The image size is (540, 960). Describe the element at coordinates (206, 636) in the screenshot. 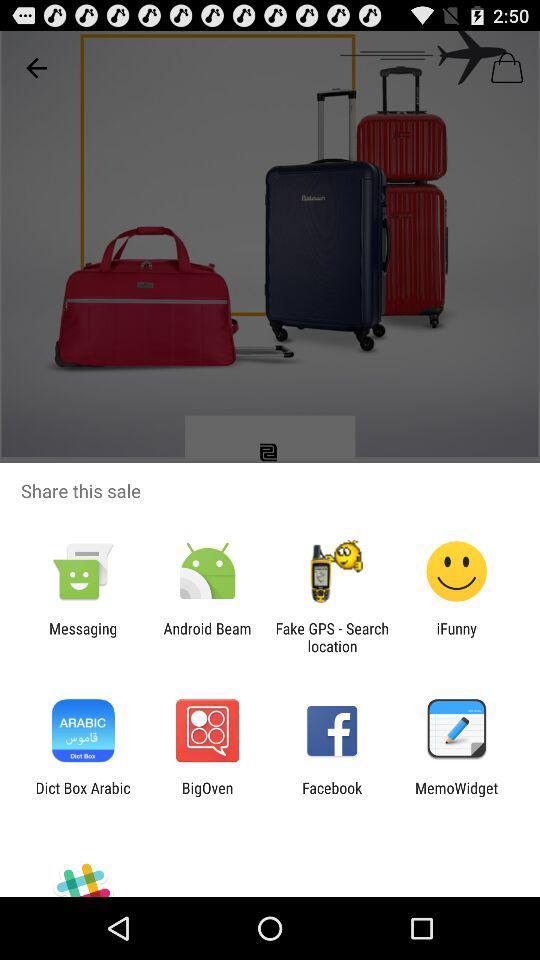

I see `the item to the left of fake gps search icon` at that location.